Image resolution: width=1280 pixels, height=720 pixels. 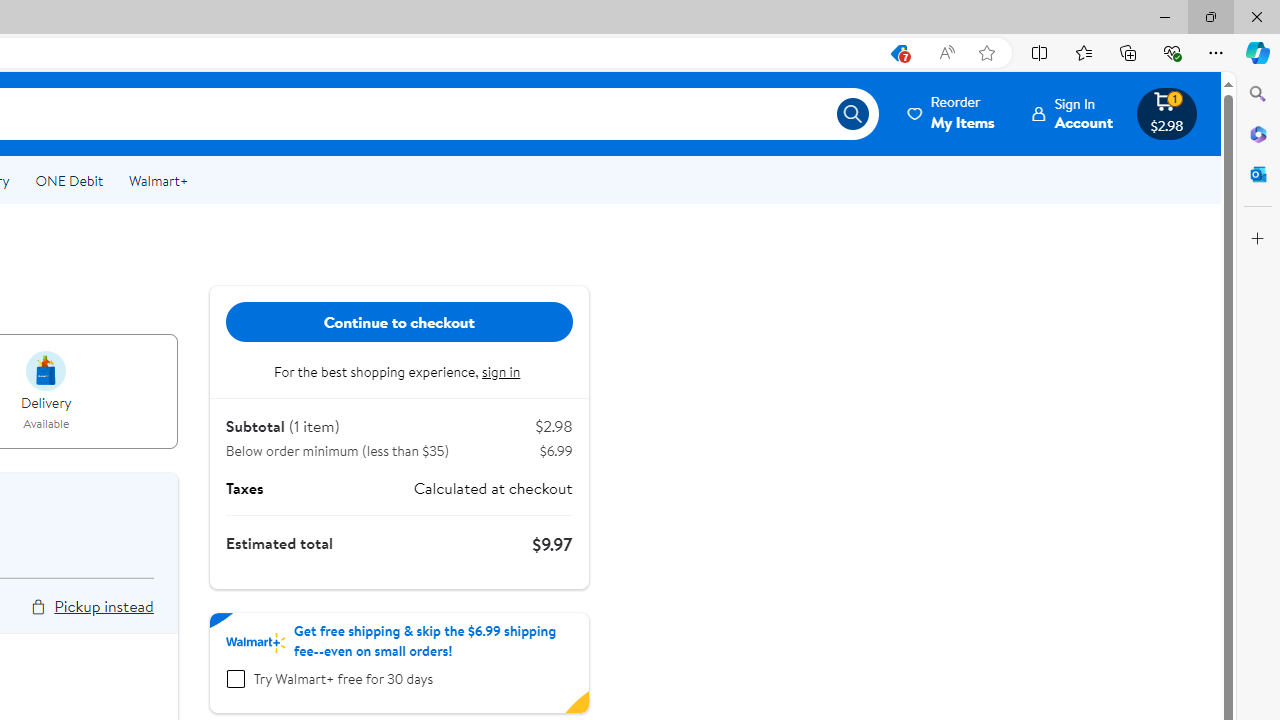 I want to click on 'sign in', so click(x=503, y=372).